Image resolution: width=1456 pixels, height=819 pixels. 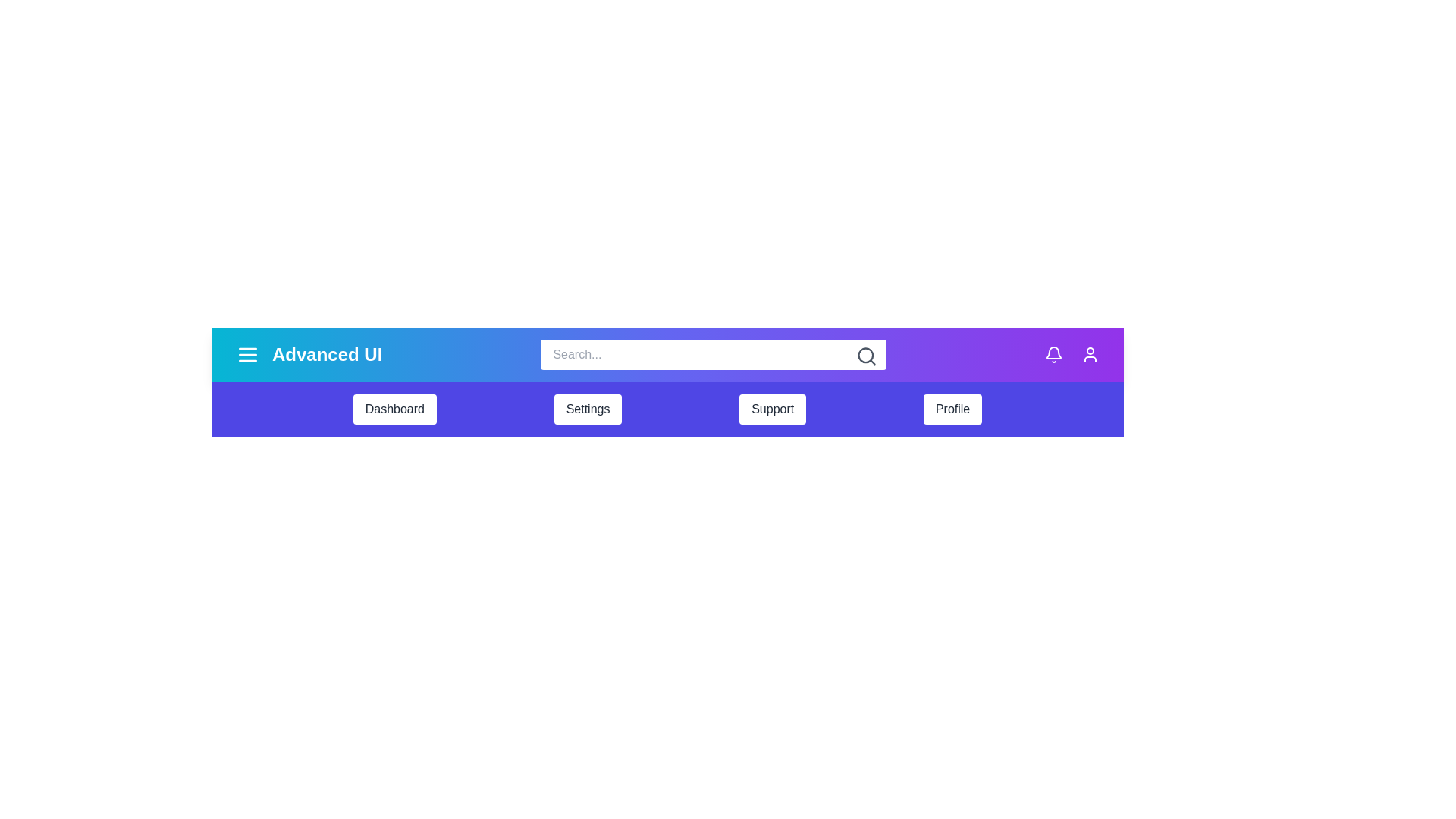 What do you see at coordinates (952, 409) in the screenshot?
I see `the navigation item Profile` at bounding box center [952, 409].